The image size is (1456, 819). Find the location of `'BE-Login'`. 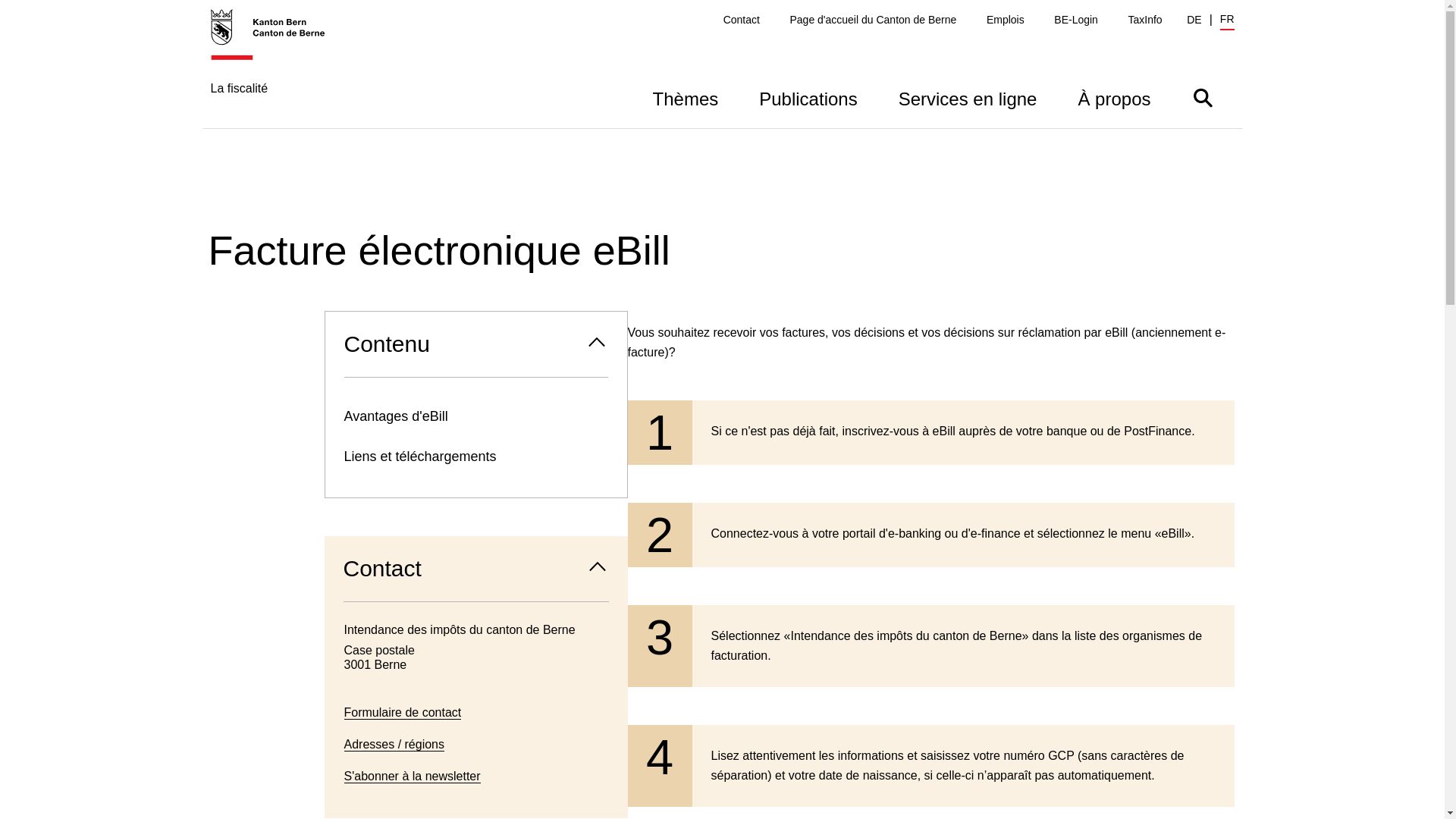

'BE-Login' is located at coordinates (1075, 20).